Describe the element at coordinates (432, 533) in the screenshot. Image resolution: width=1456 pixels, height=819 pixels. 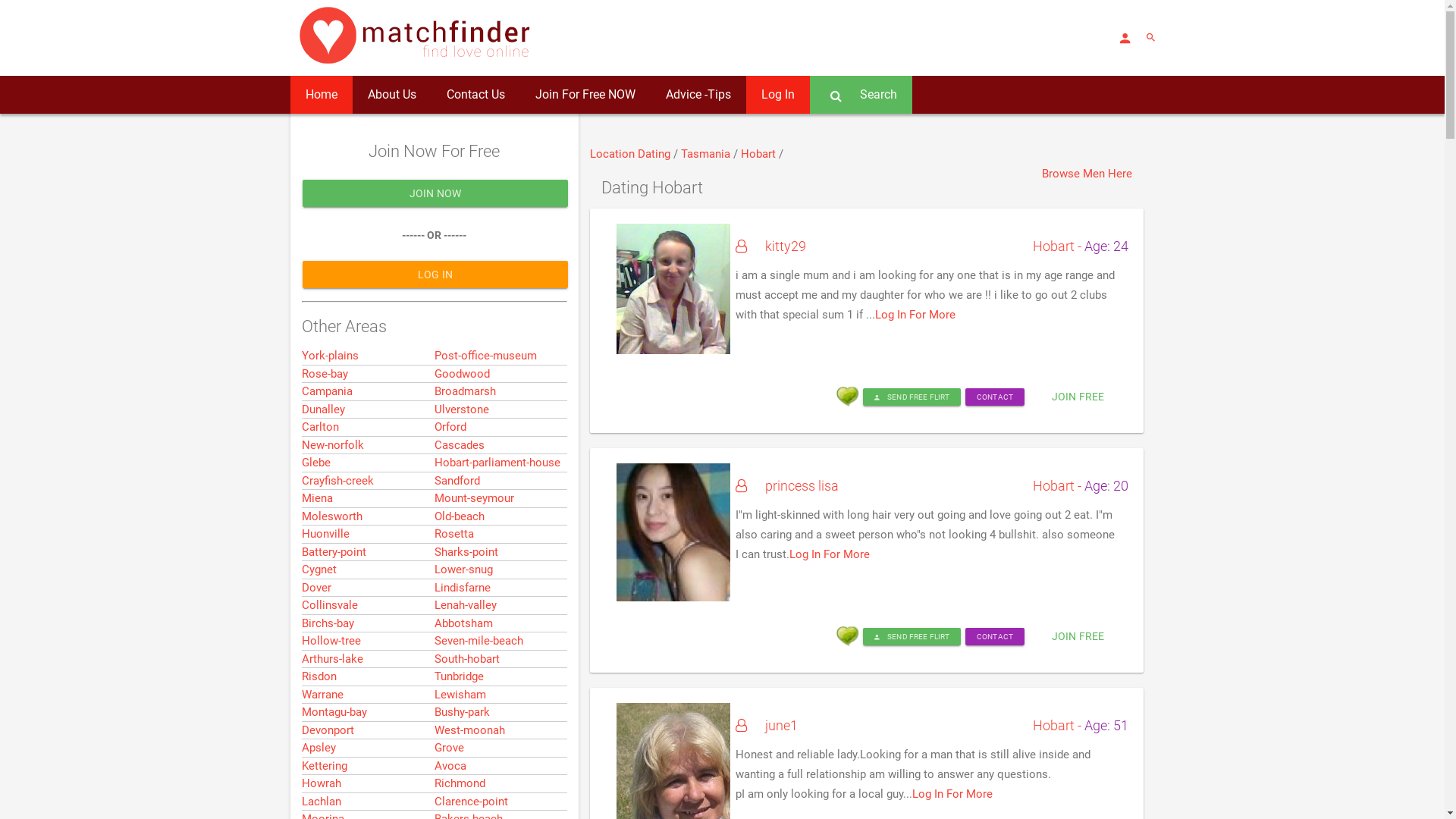
I see `'Rosetta'` at that location.